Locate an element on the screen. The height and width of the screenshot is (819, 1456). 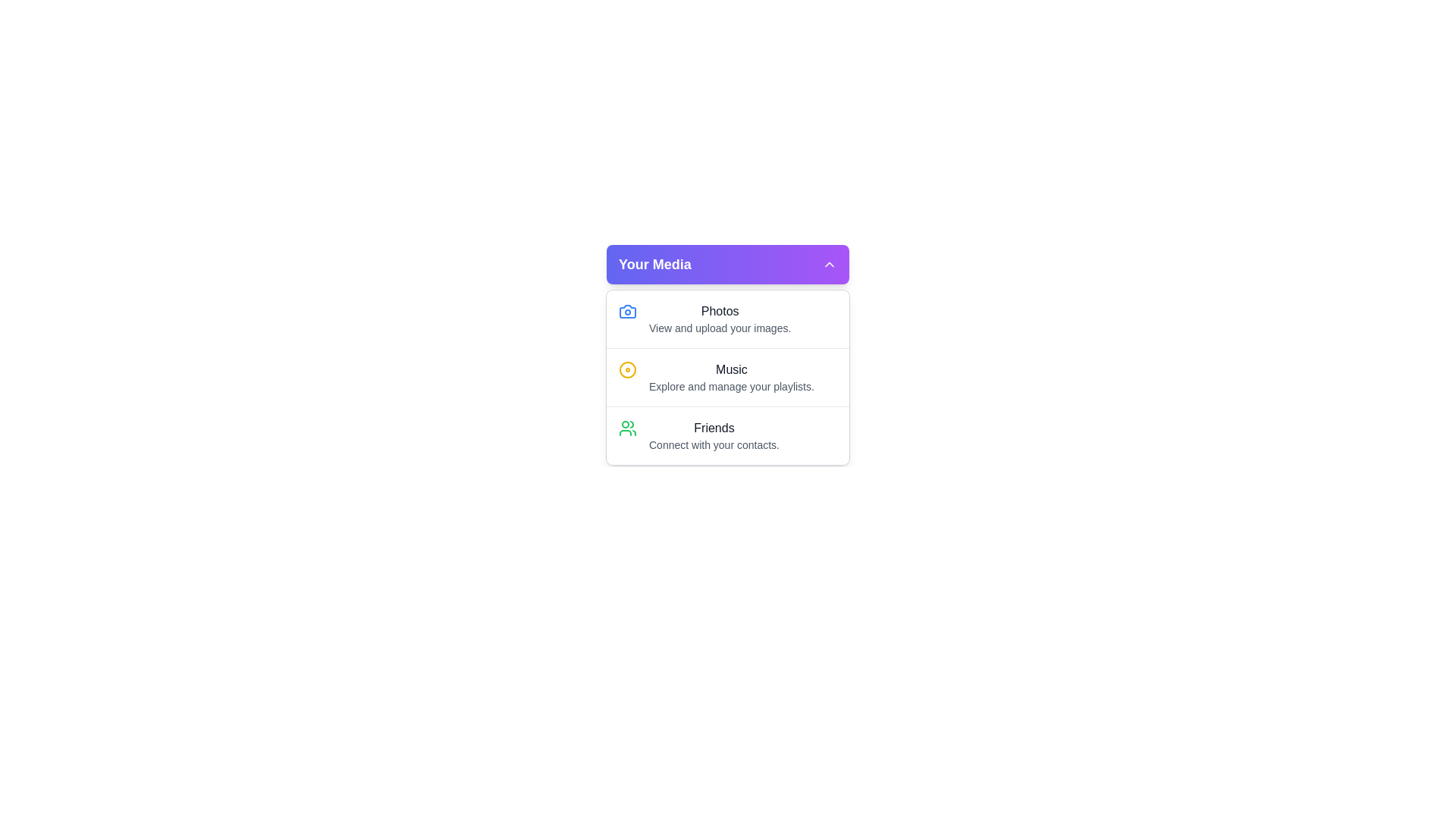
the camera icon located in the 'Your Media' section, which is associated with photo-related actions is located at coordinates (628, 311).